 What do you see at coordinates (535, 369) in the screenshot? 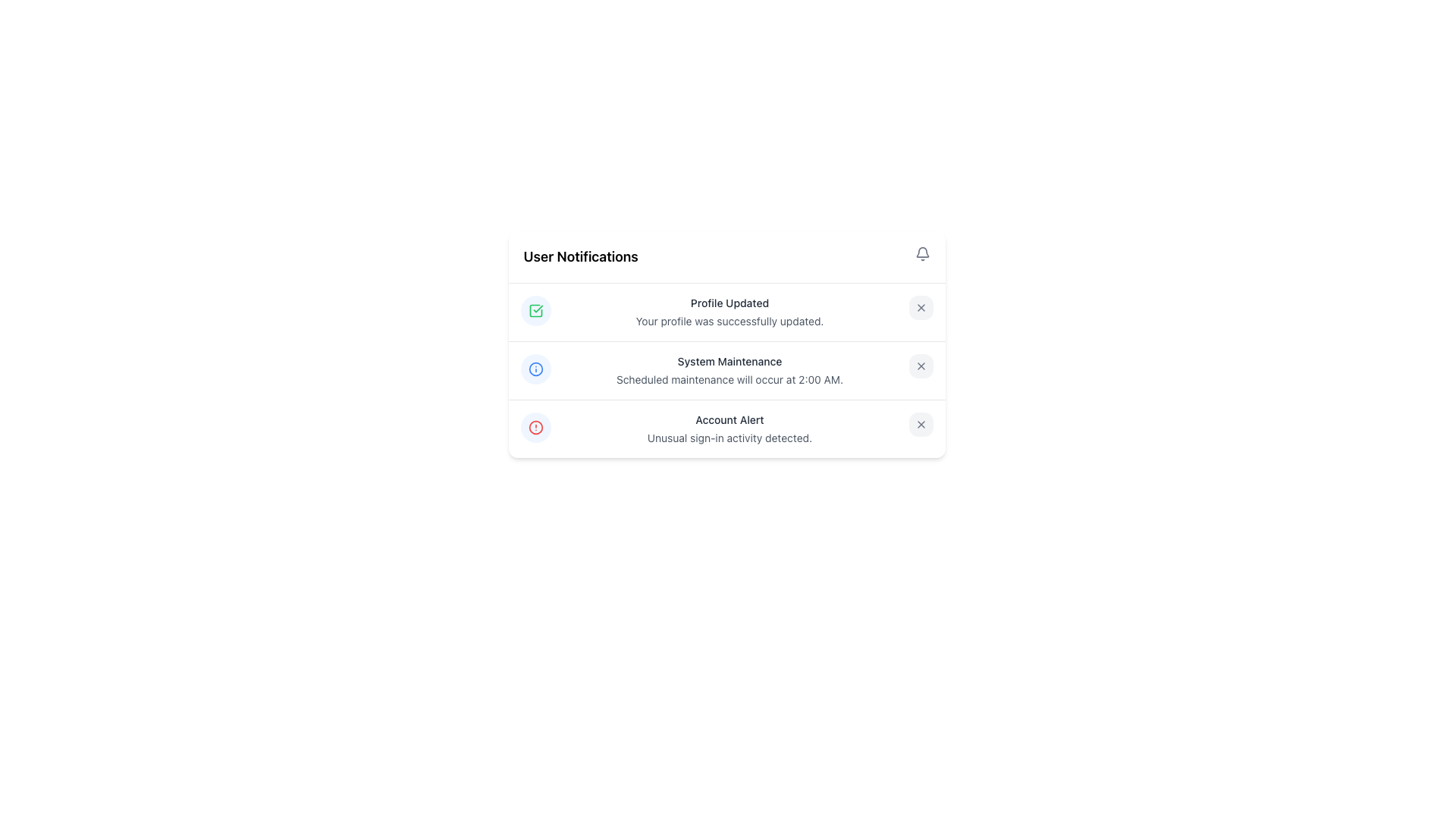
I see `the circular element with a blue outline located at the center of the third notification under the 'User Notifications' section, within the 'Account Alert' icon` at bounding box center [535, 369].